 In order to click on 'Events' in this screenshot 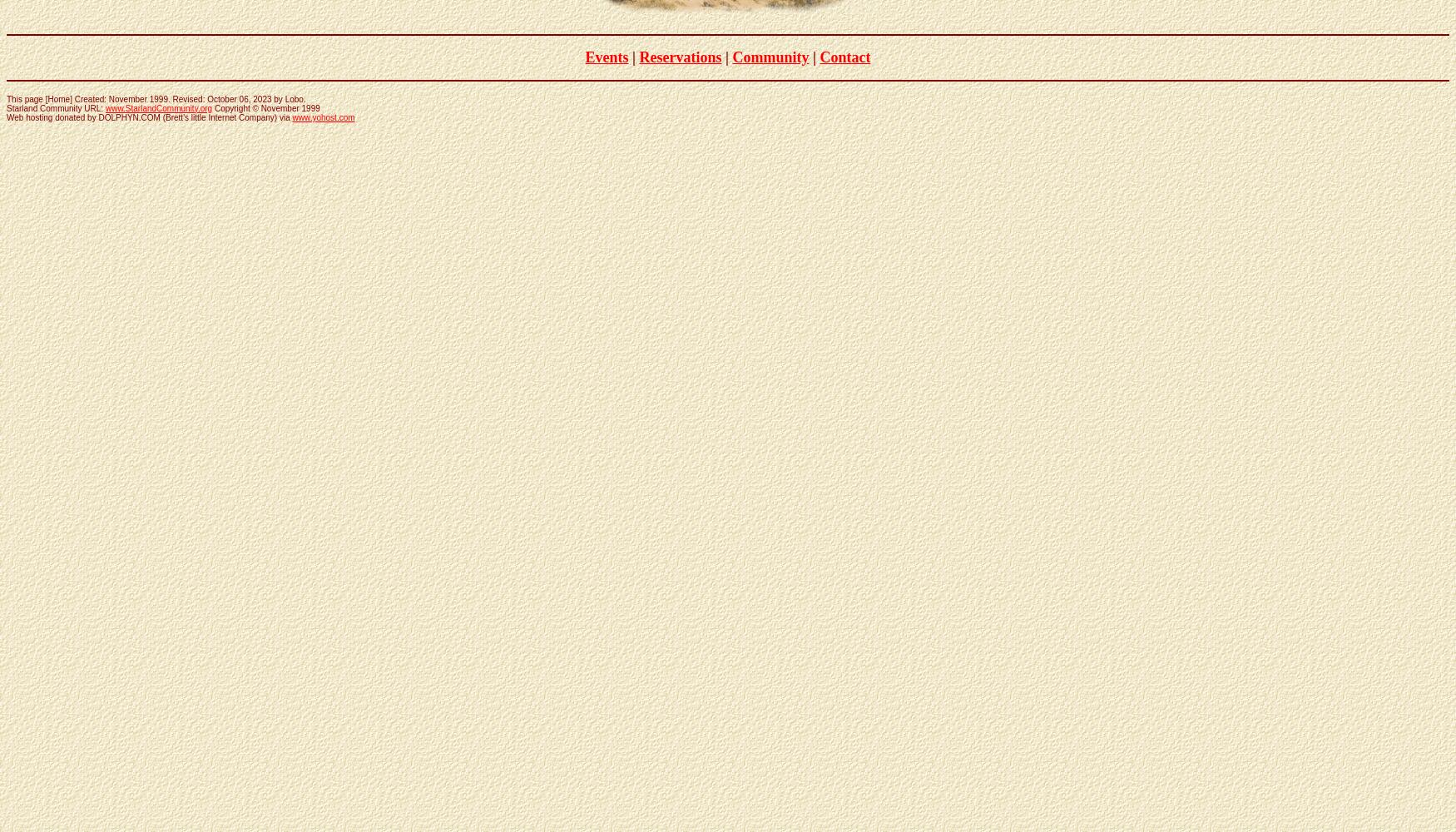, I will do `click(607, 56)`.